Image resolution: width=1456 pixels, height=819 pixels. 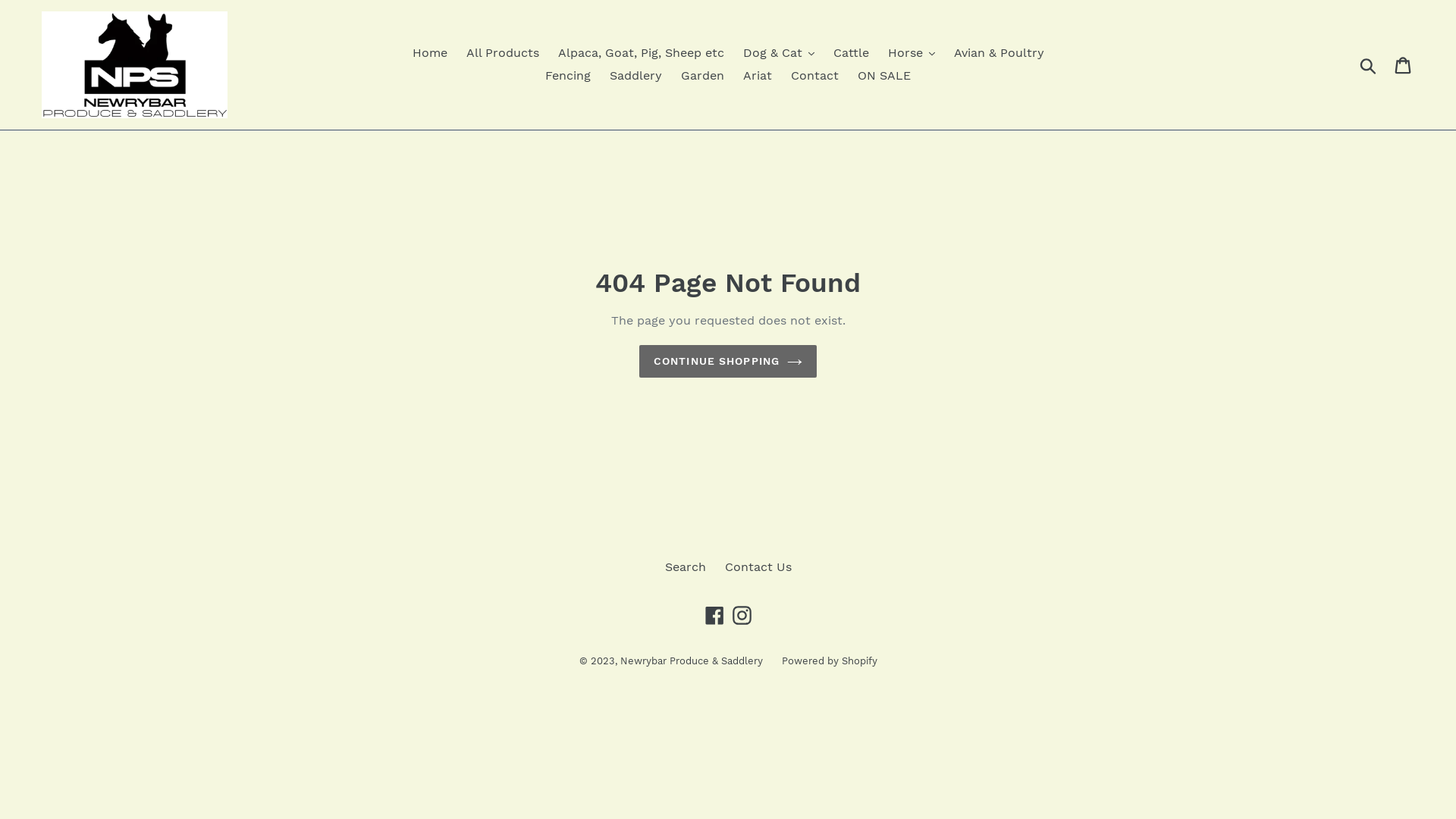 I want to click on 'Avian & Poultry', so click(x=999, y=52).